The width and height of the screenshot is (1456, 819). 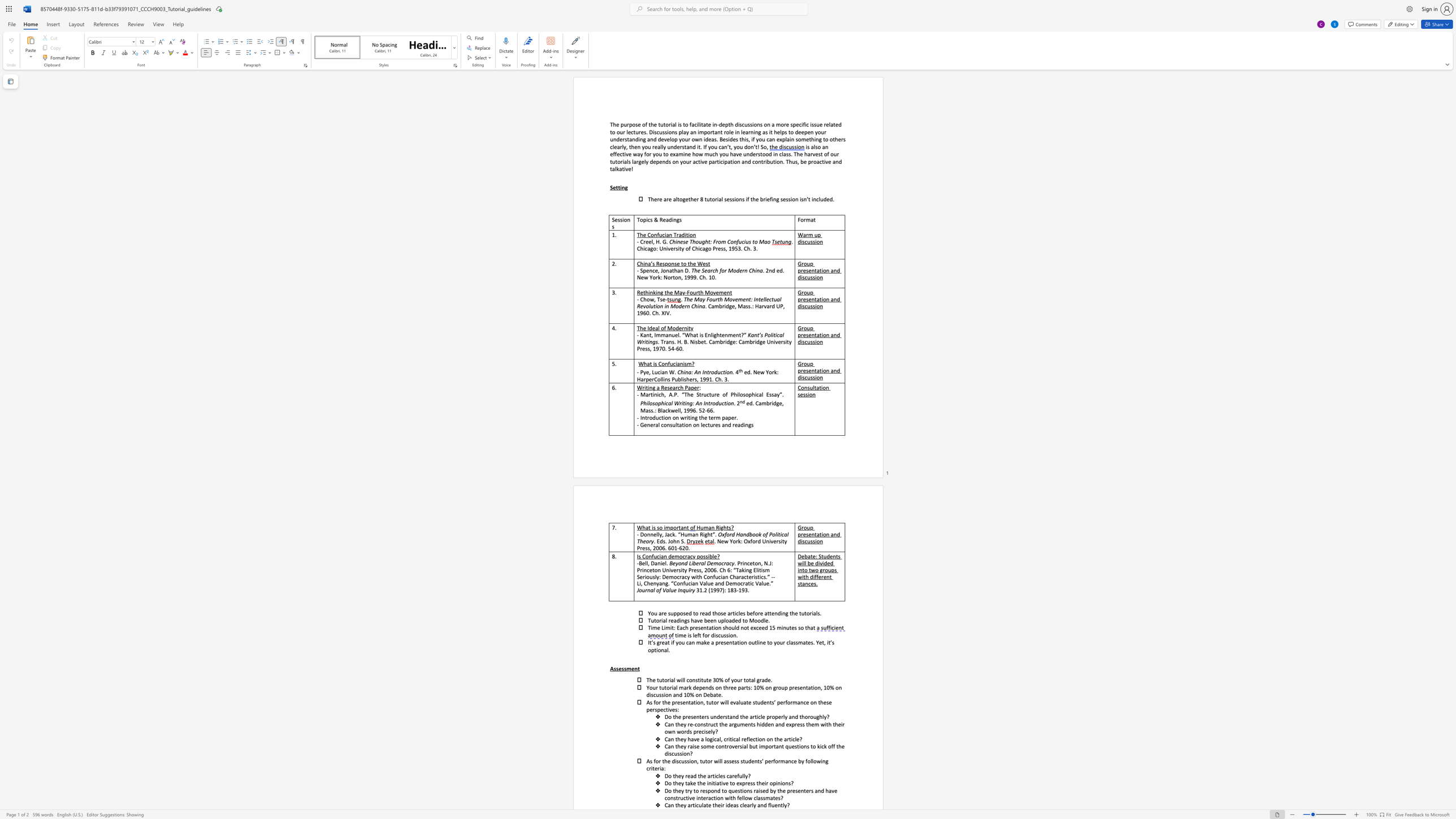 What do you see at coordinates (806, 534) in the screenshot?
I see `the subset text "sentation an" within the text "Group presentation and discussion"` at bounding box center [806, 534].